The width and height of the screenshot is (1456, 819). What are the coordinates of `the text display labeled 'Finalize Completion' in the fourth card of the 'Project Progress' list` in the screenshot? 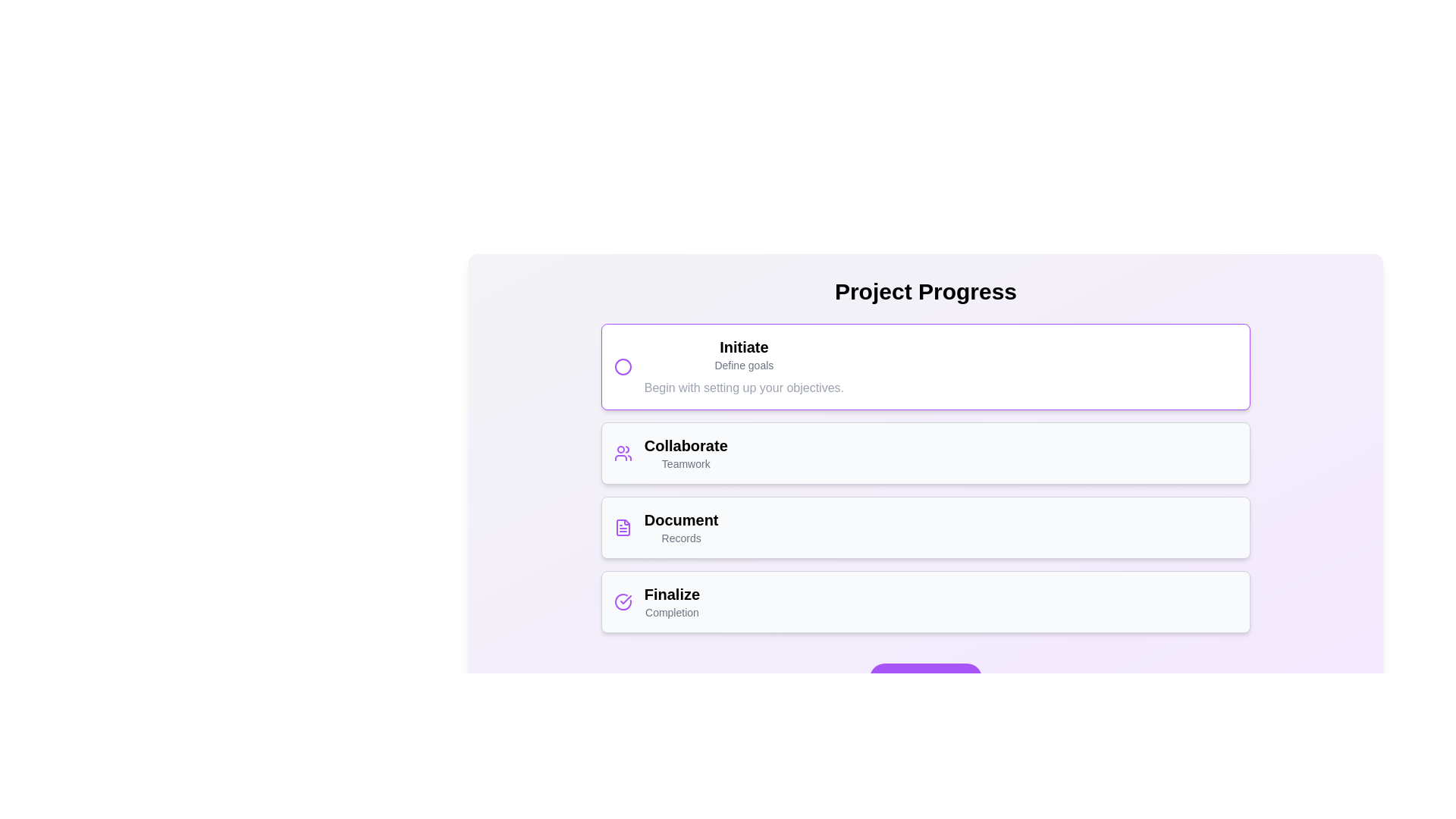 It's located at (671, 601).